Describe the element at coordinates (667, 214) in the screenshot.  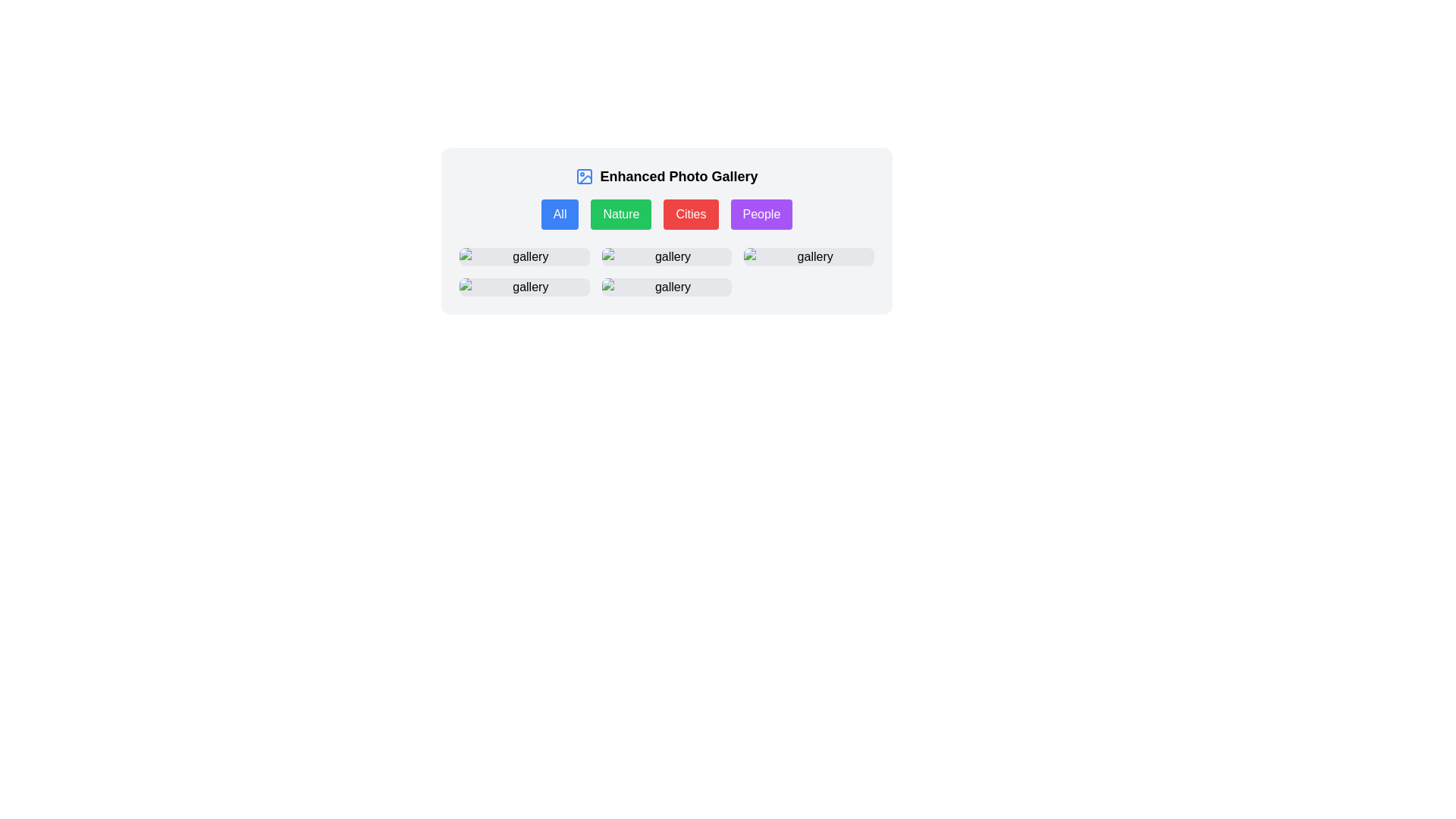
I see `the red button labeled 'Cities' to trigger its visual hover effect` at that location.